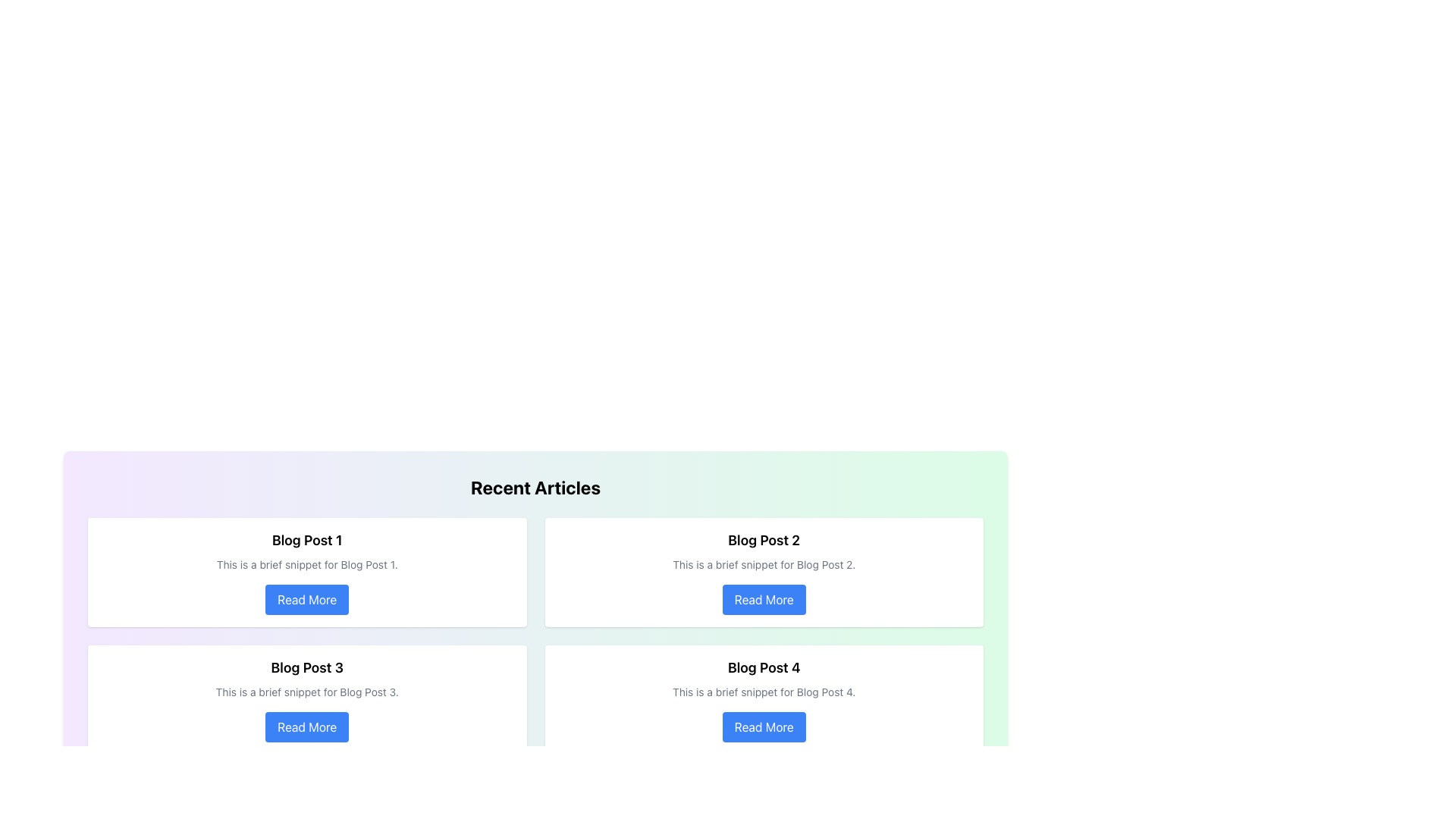 The width and height of the screenshot is (1456, 819). Describe the element at coordinates (306, 726) in the screenshot. I see `the 'Read More' button located in the 'Blog Post 3' section` at that location.